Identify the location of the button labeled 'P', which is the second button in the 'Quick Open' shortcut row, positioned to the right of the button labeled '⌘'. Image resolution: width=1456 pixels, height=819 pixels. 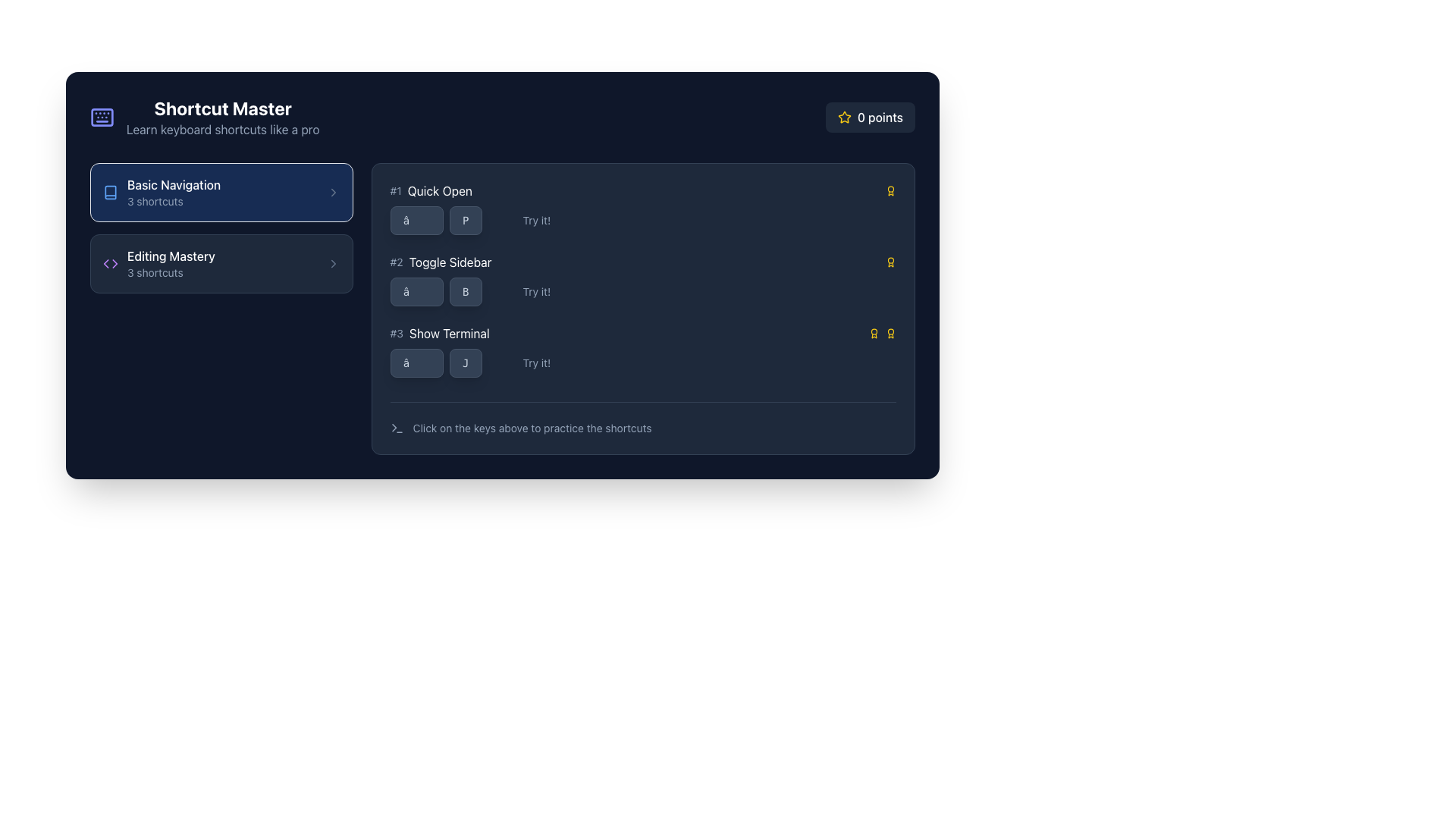
(465, 220).